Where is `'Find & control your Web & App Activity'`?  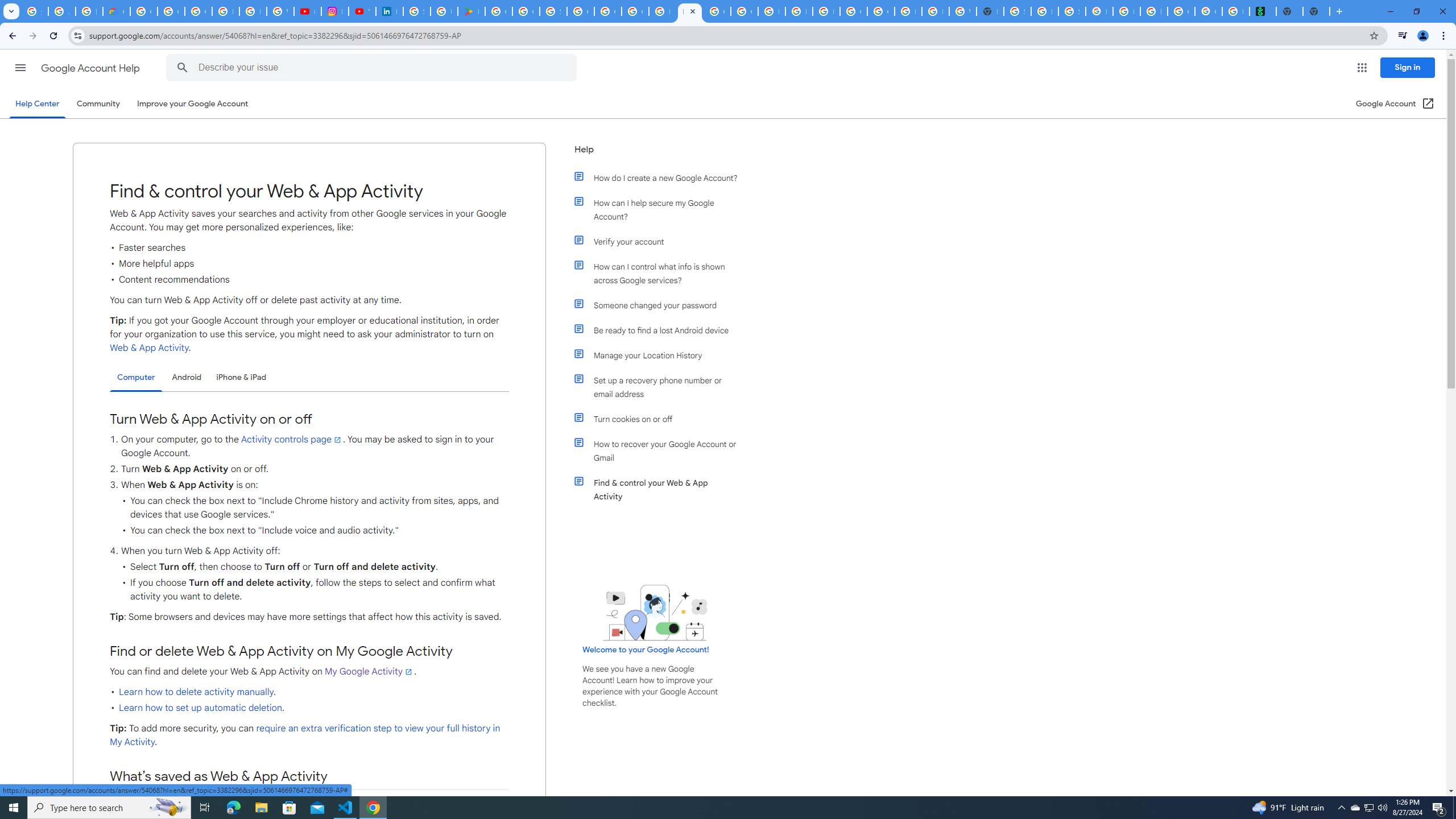
'Find & control your Web & App Activity' is located at coordinates (661, 490).